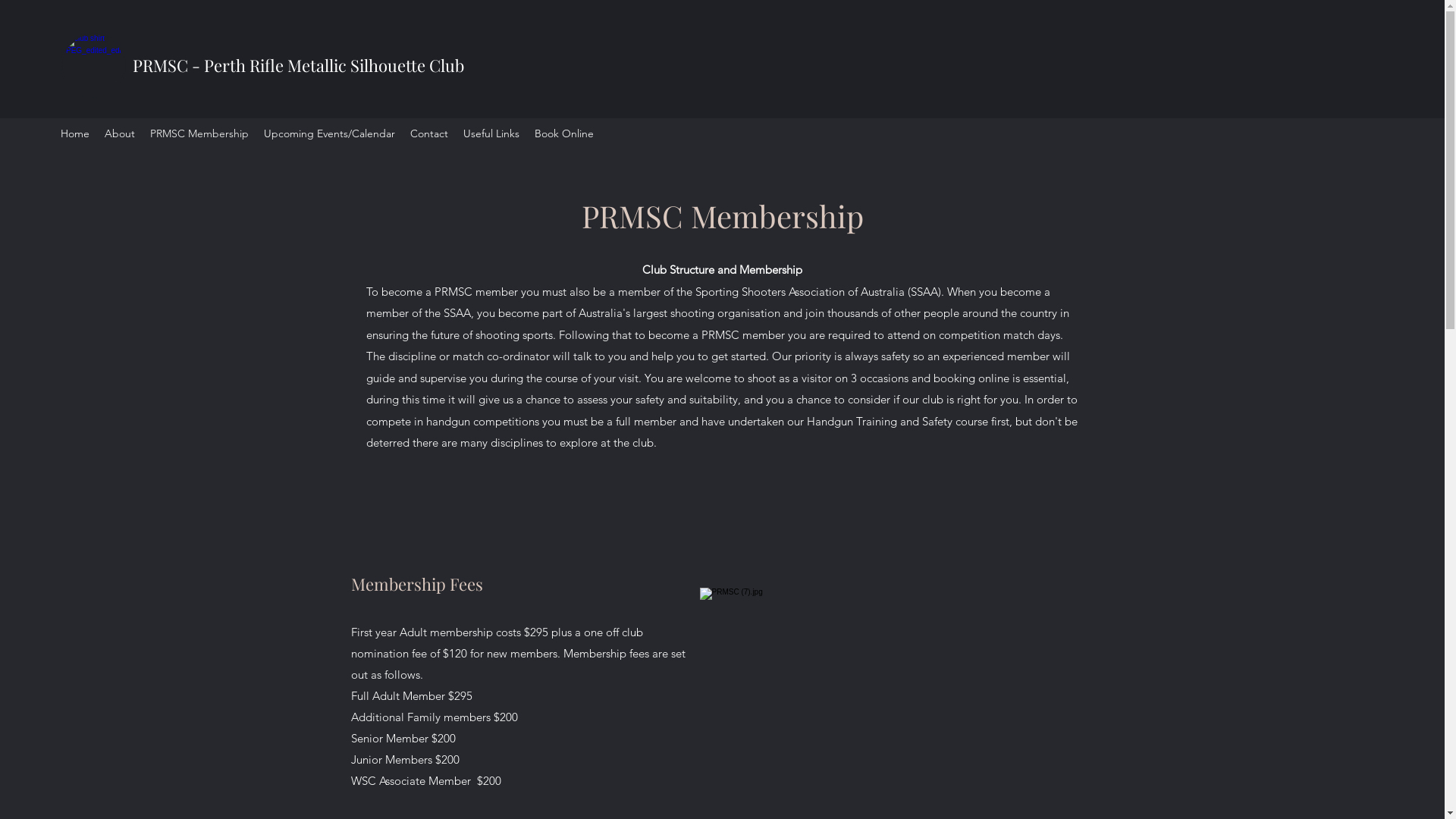  Describe the element at coordinates (428, 133) in the screenshot. I see `'Contact'` at that location.